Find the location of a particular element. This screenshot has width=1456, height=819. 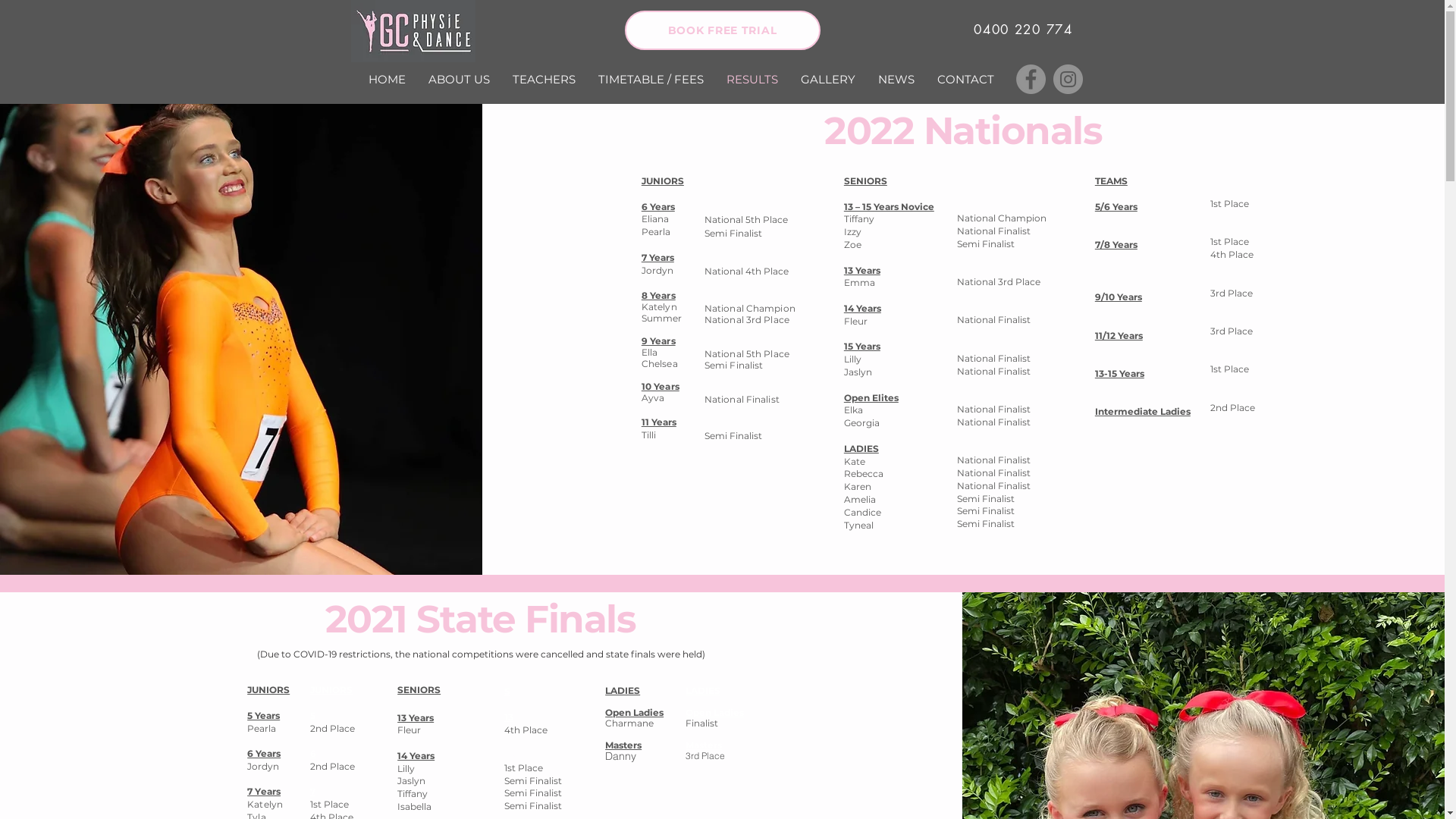

'ABOUT US' is located at coordinates (458, 79).